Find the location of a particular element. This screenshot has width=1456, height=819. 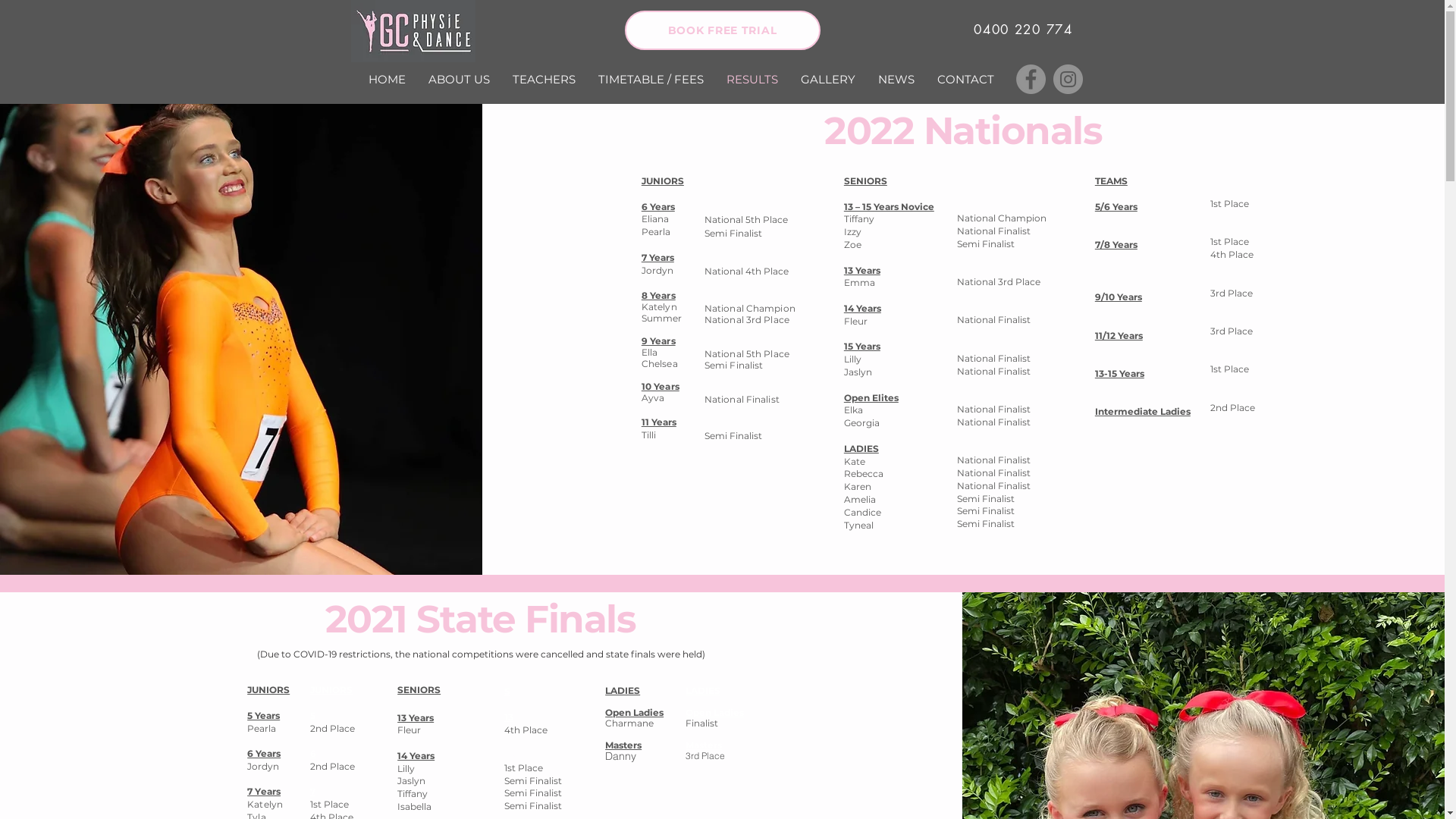

'ABOUT US' is located at coordinates (458, 79).